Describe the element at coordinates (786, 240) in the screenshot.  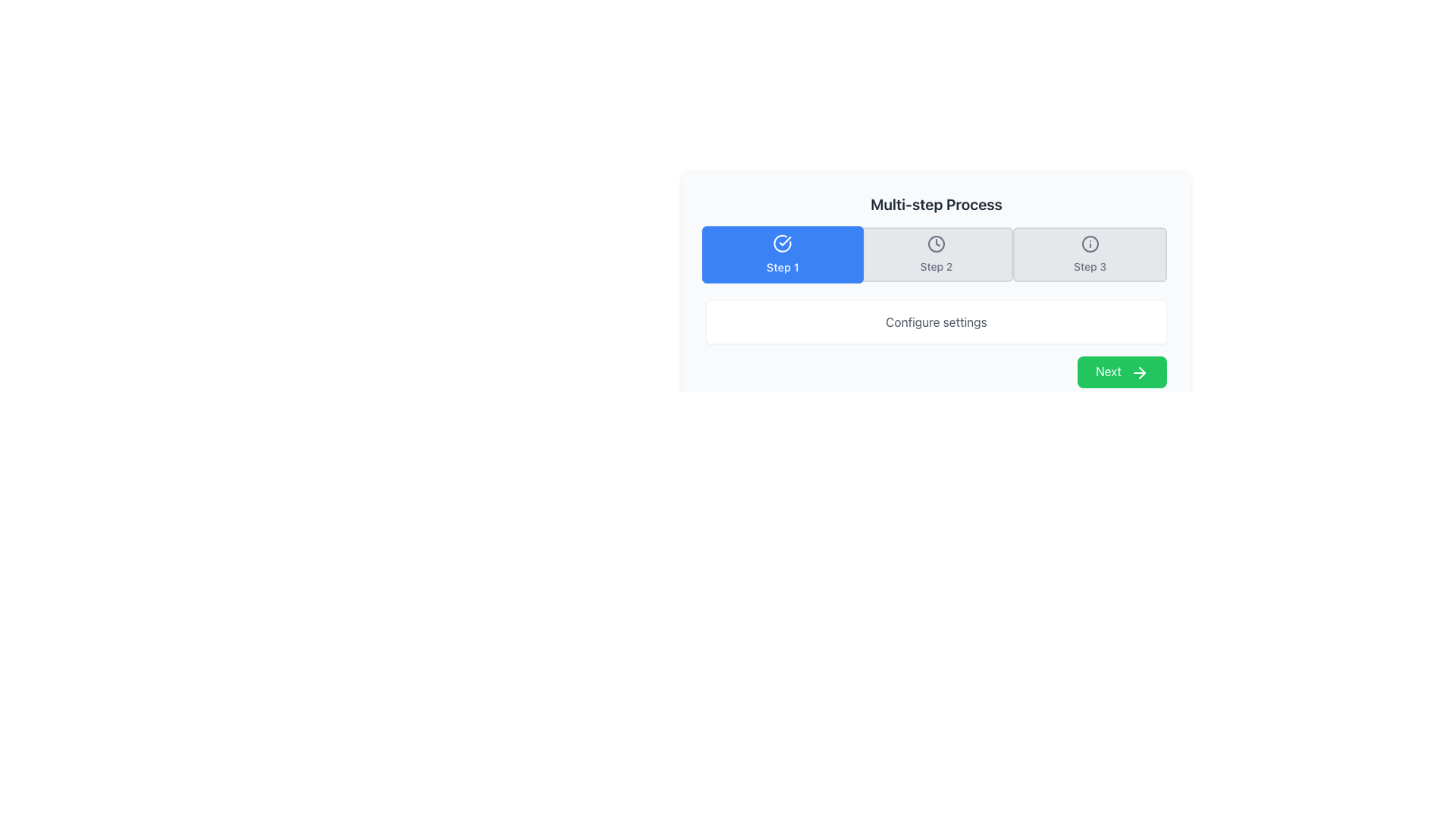
I see `the completion icon located next to the text label 'Step 1', which indicates success for the associated step in the process` at that location.